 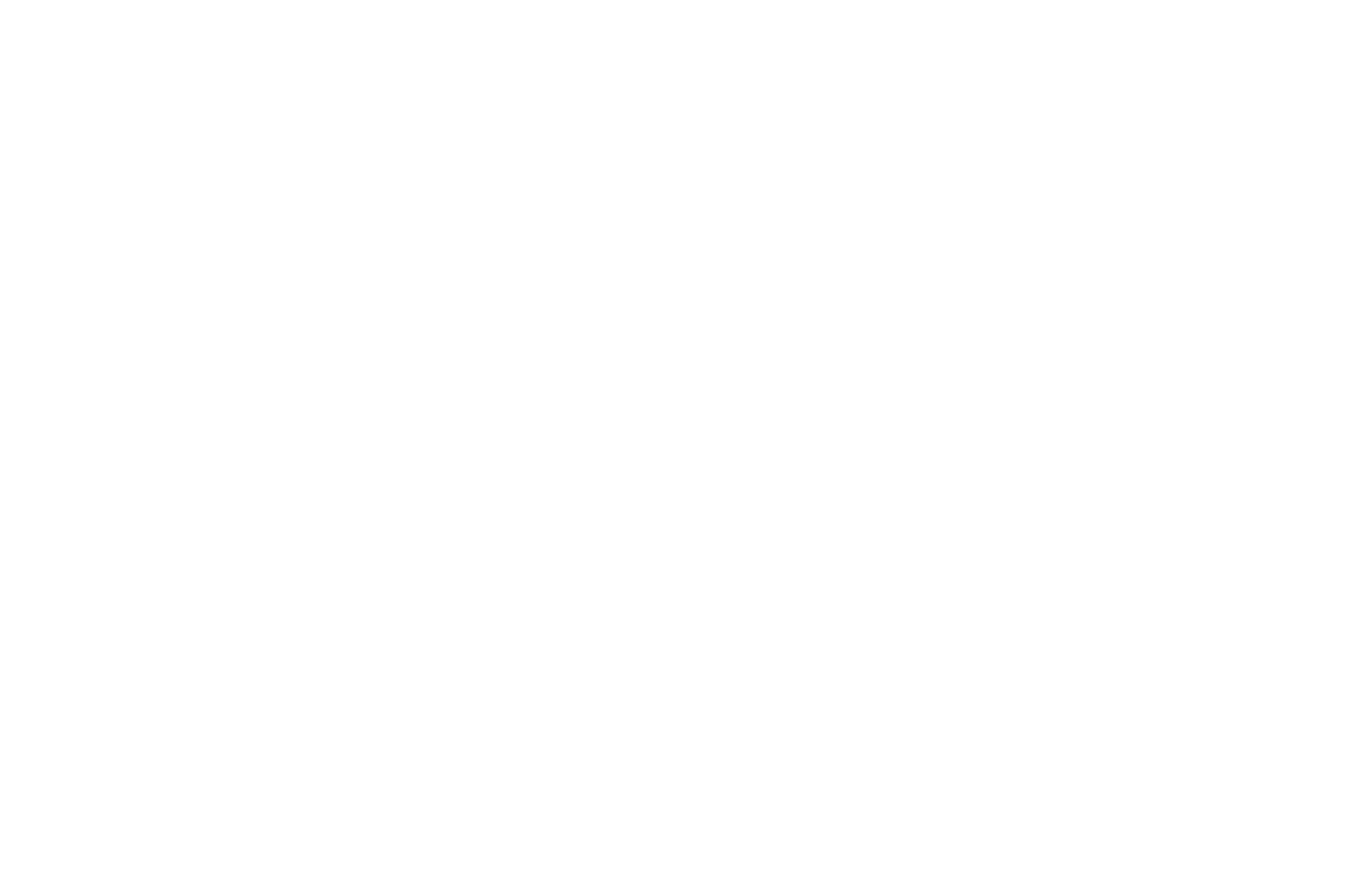 I want to click on '+45 77 34 44 44', so click(x=1055, y=348).